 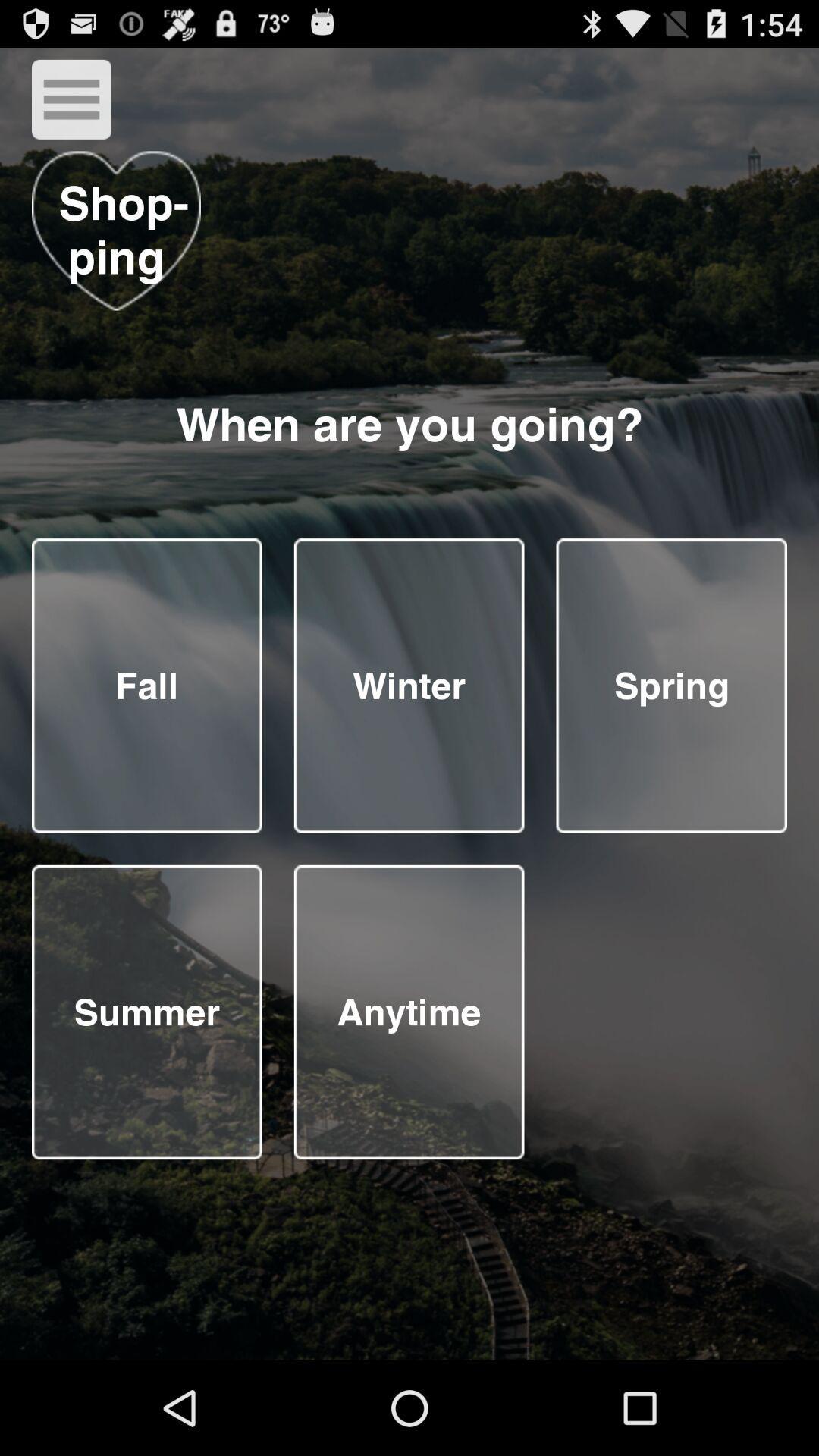 What do you see at coordinates (71, 99) in the screenshot?
I see `menu` at bounding box center [71, 99].